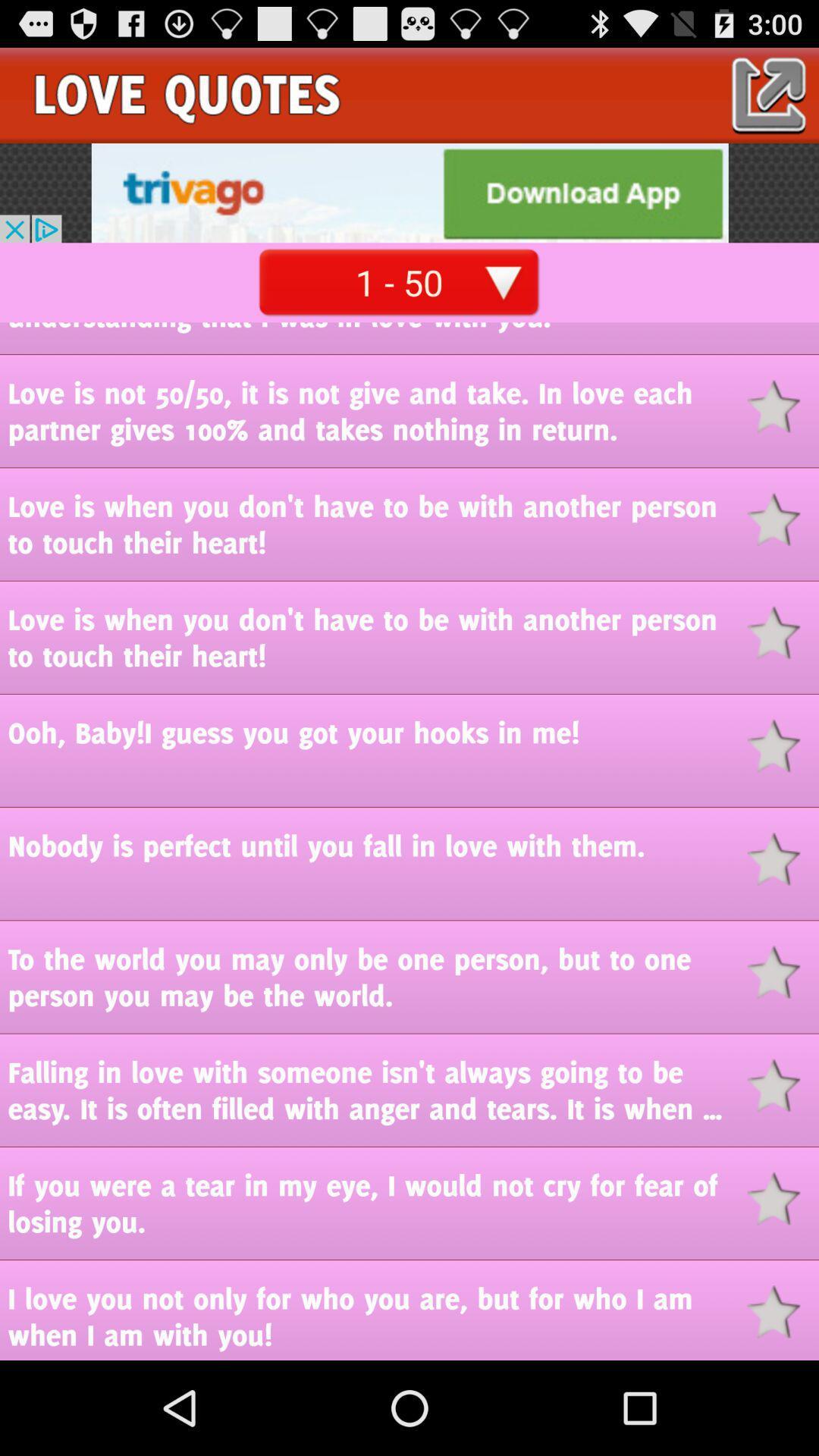 This screenshot has width=819, height=1456. What do you see at coordinates (783, 632) in the screenshot?
I see `mark quote as favorite` at bounding box center [783, 632].